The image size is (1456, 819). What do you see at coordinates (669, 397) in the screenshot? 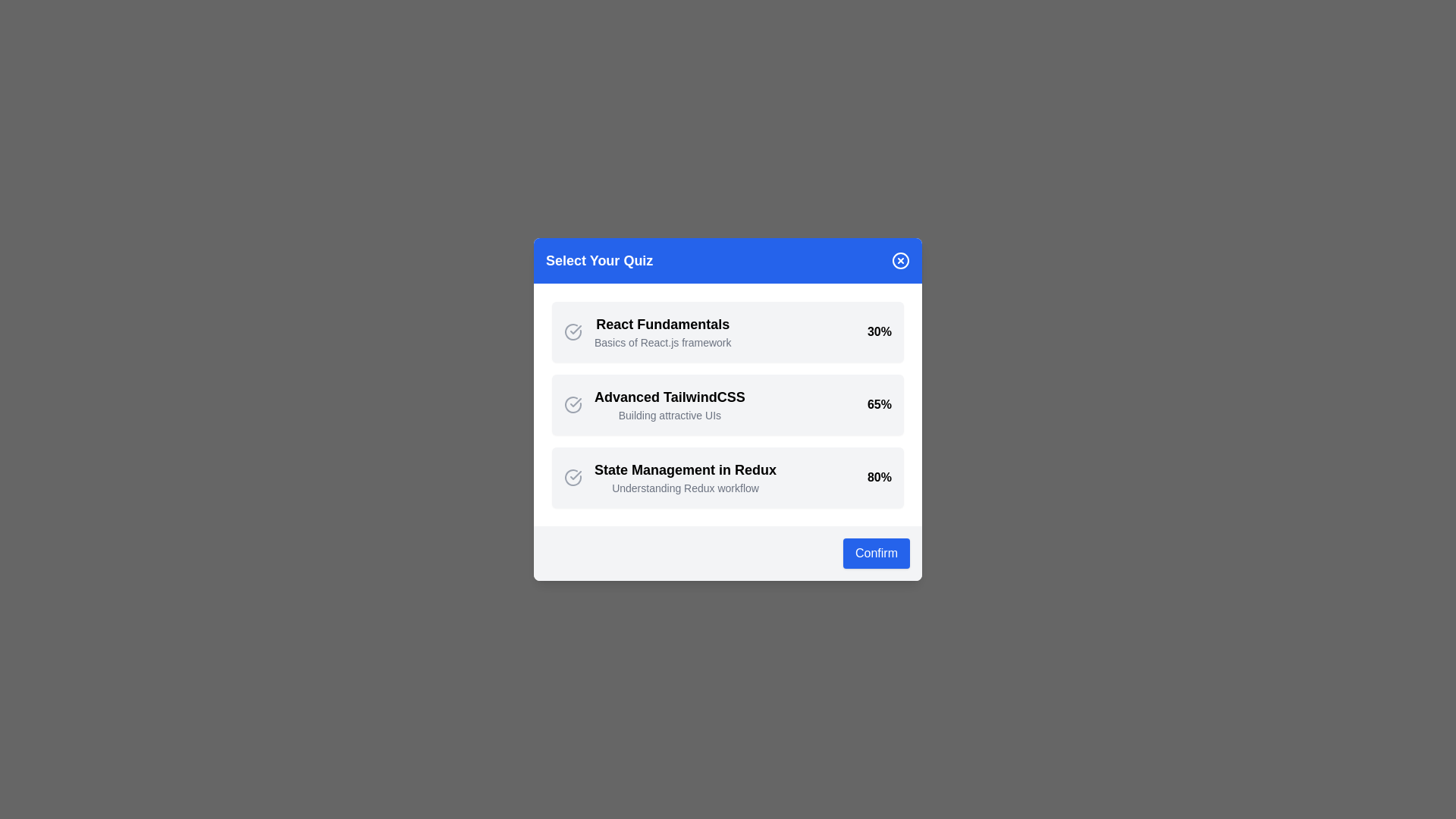
I see `the details of the quiz titled Advanced TailwindCSS` at bounding box center [669, 397].